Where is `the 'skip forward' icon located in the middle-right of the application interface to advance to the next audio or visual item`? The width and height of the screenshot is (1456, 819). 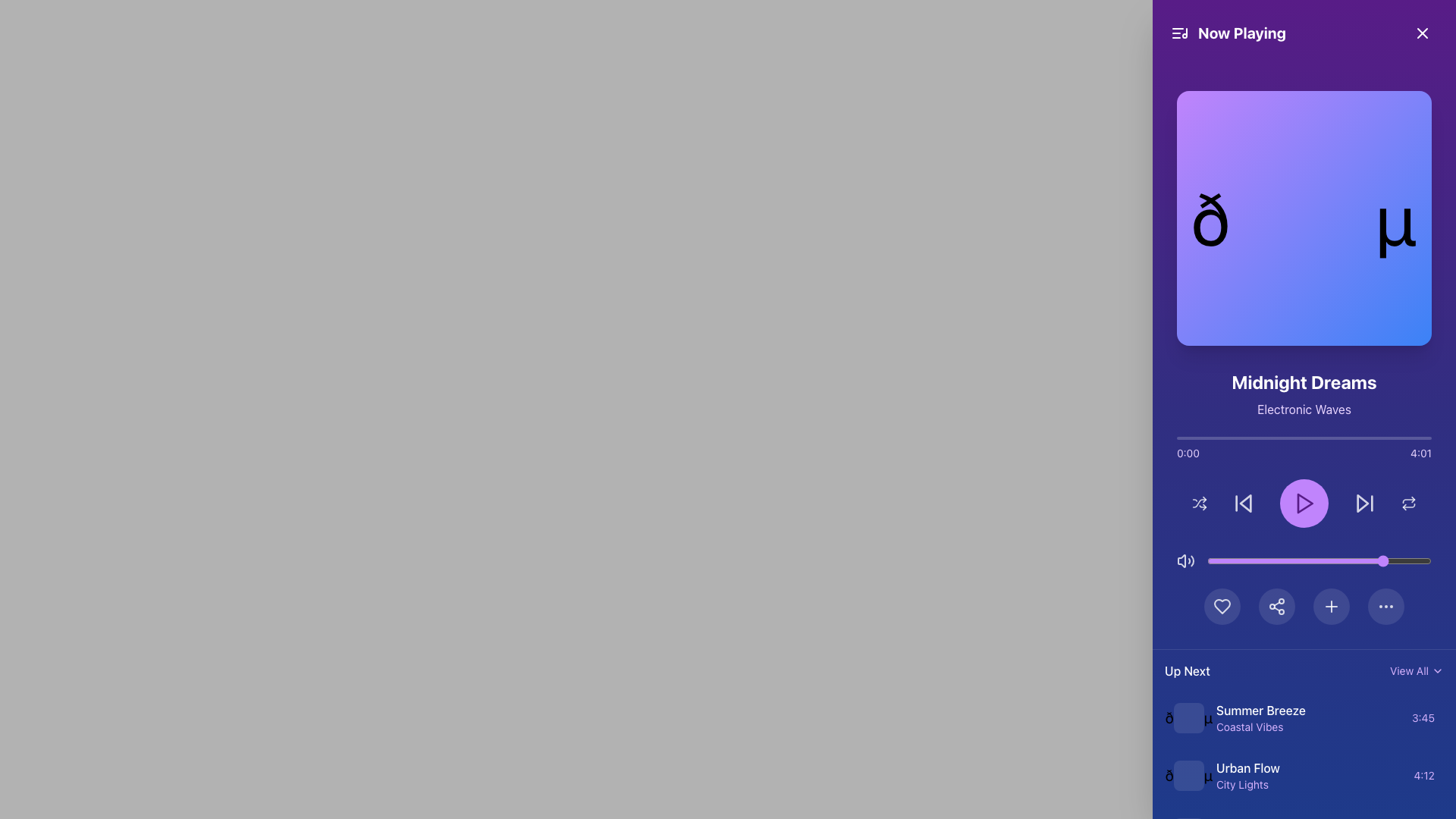
the 'skip forward' icon located in the middle-right of the application interface to advance to the next audio or visual item is located at coordinates (1362, 503).